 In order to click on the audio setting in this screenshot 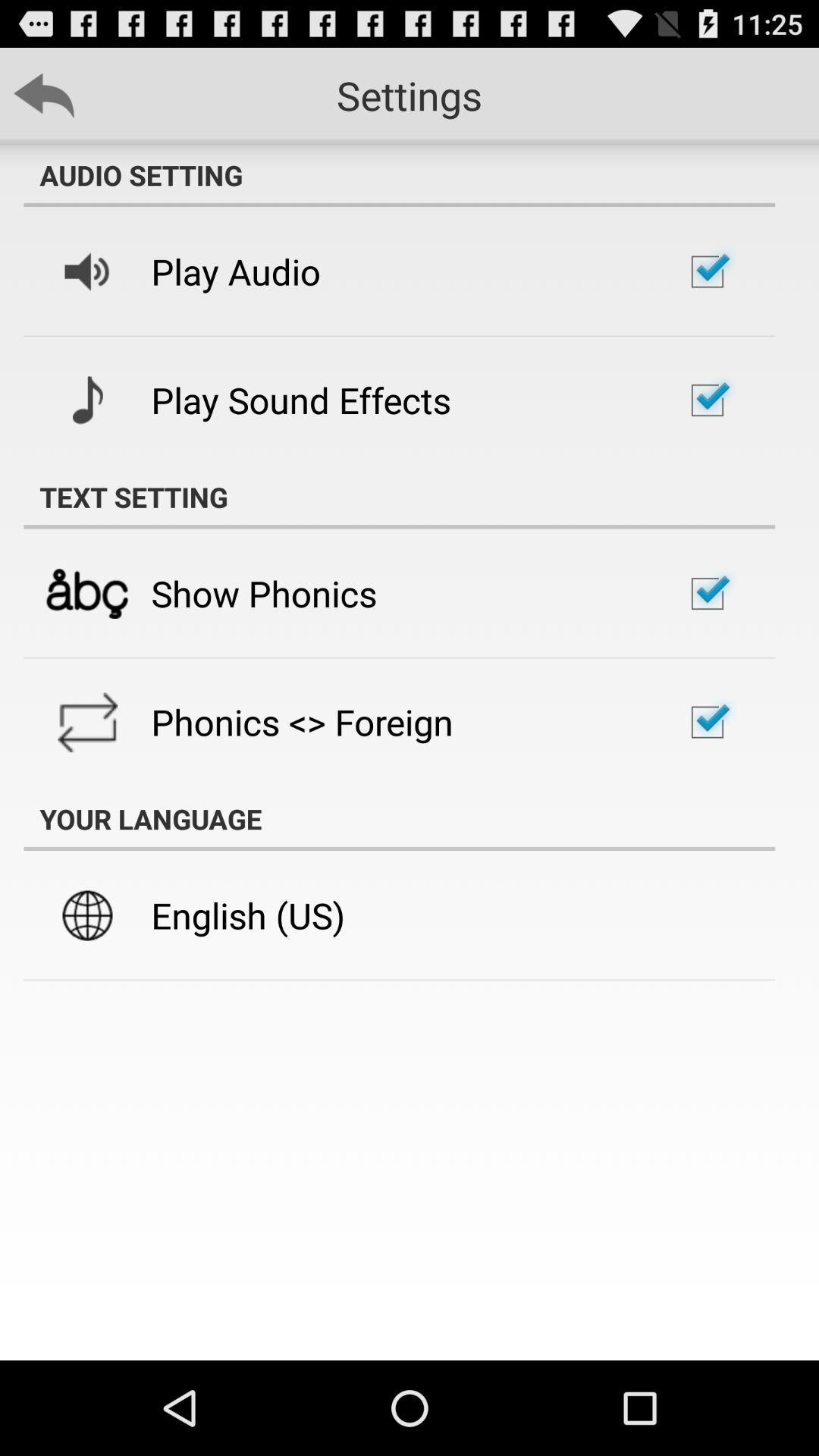, I will do `click(398, 174)`.